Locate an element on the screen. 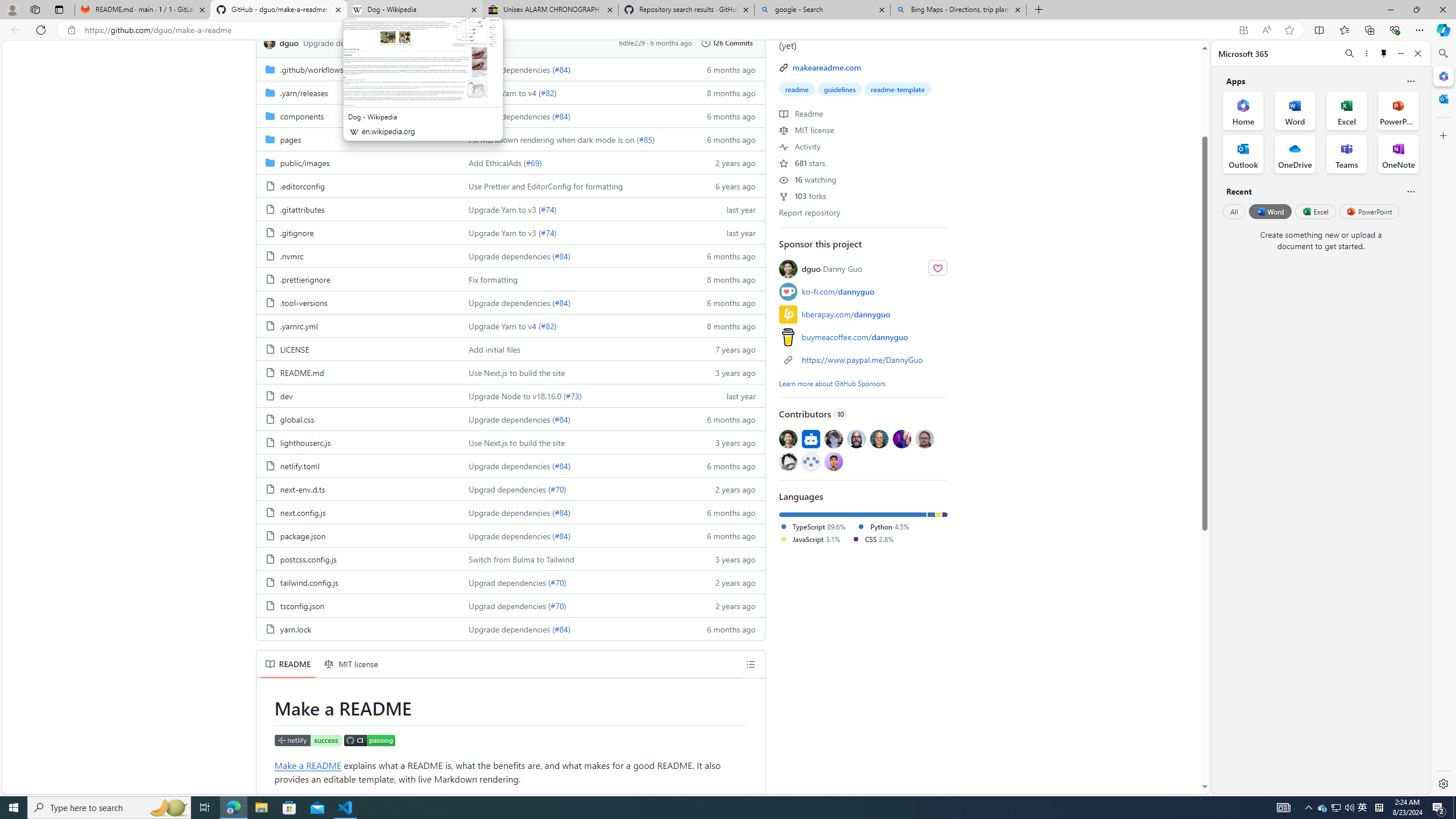 The width and height of the screenshot is (1456, 819). '@paul-hammant' is located at coordinates (878, 438).